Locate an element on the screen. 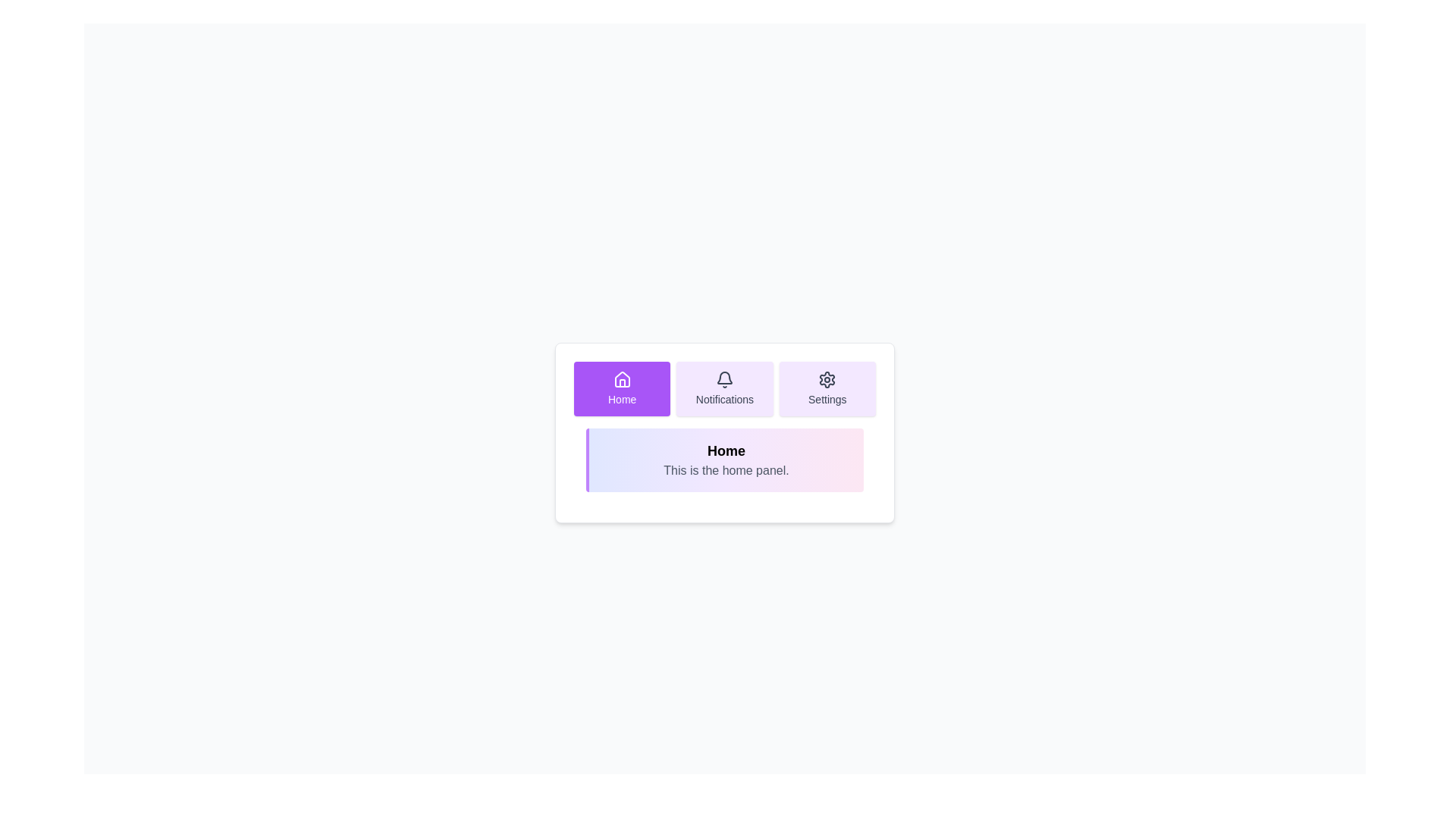 The width and height of the screenshot is (1456, 819). the third button from the left in the horizontal list, which navigates to the settings panel is located at coordinates (827, 388).